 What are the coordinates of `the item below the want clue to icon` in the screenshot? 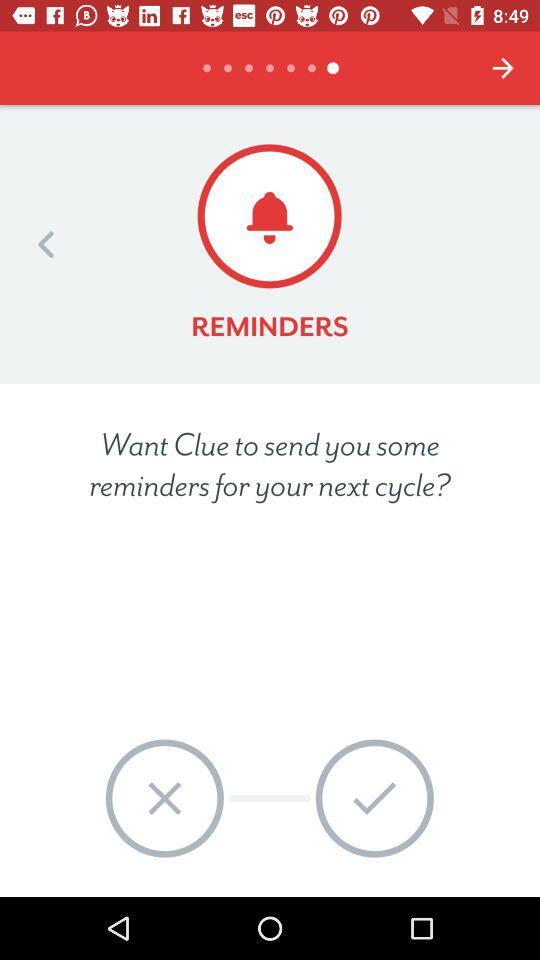 It's located at (163, 798).